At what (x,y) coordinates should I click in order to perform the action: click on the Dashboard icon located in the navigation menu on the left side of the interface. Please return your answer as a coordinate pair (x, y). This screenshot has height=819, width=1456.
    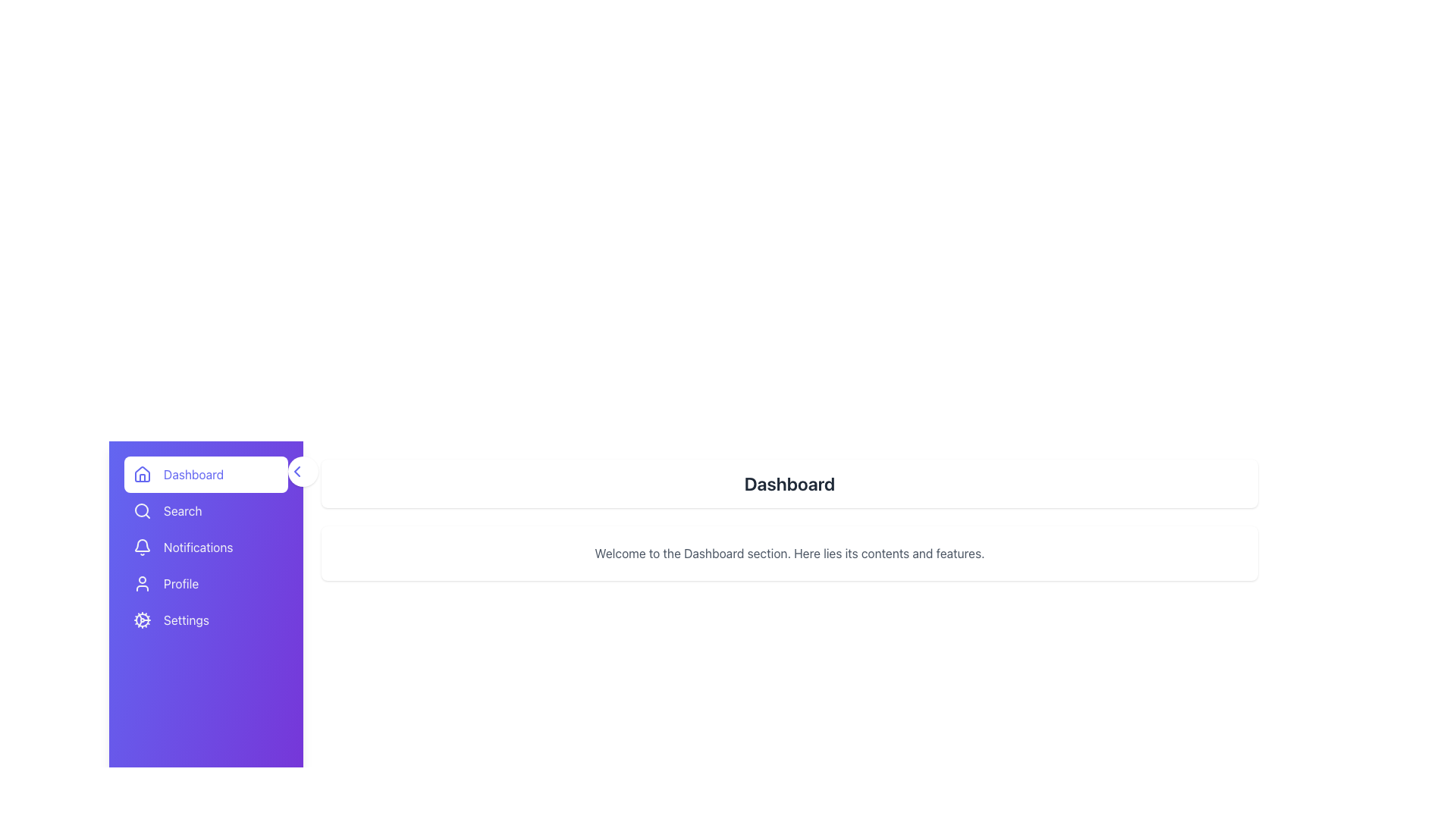
    Looking at the image, I should click on (142, 472).